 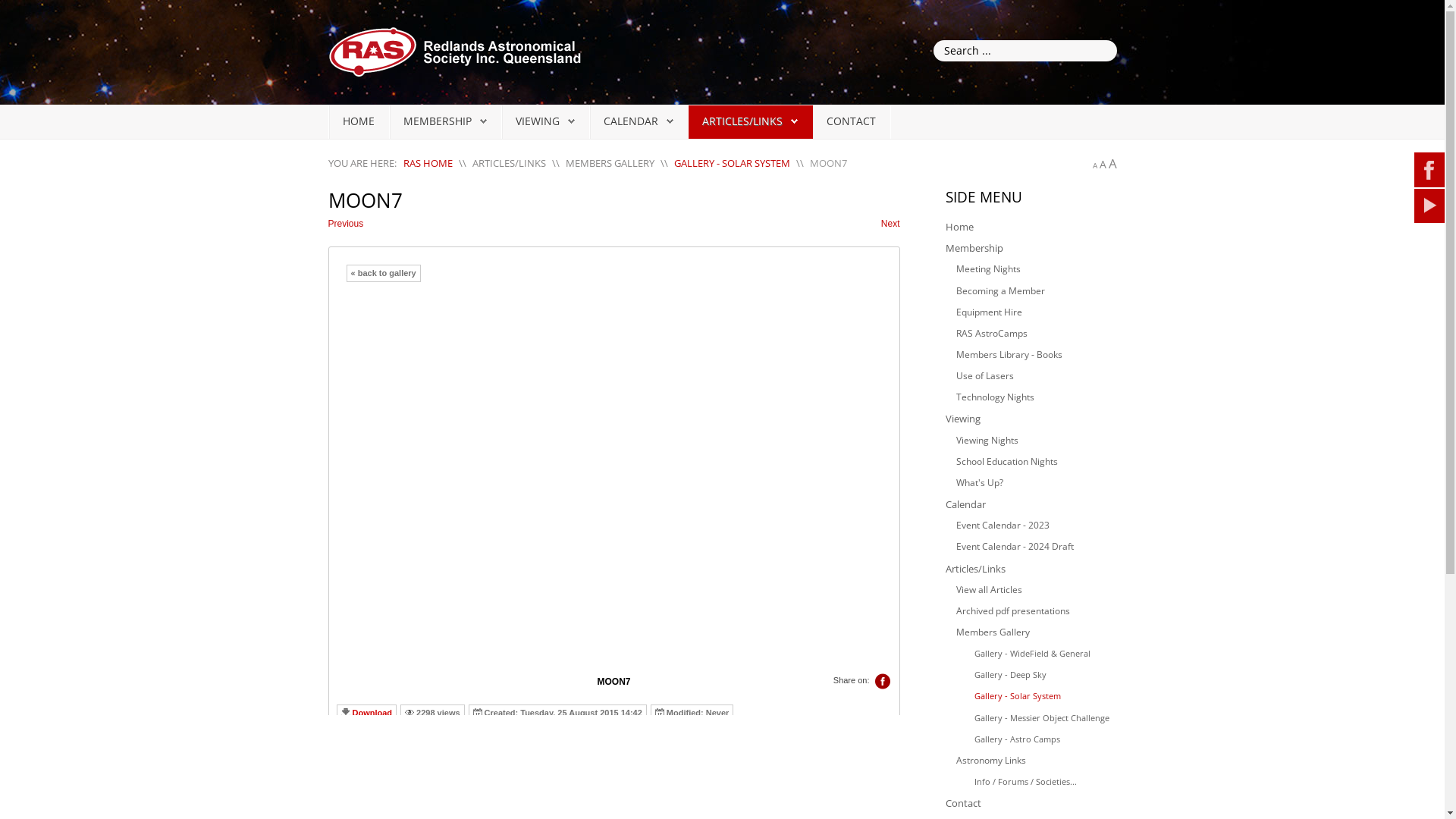 I want to click on 'Home', so click(x=944, y=227).